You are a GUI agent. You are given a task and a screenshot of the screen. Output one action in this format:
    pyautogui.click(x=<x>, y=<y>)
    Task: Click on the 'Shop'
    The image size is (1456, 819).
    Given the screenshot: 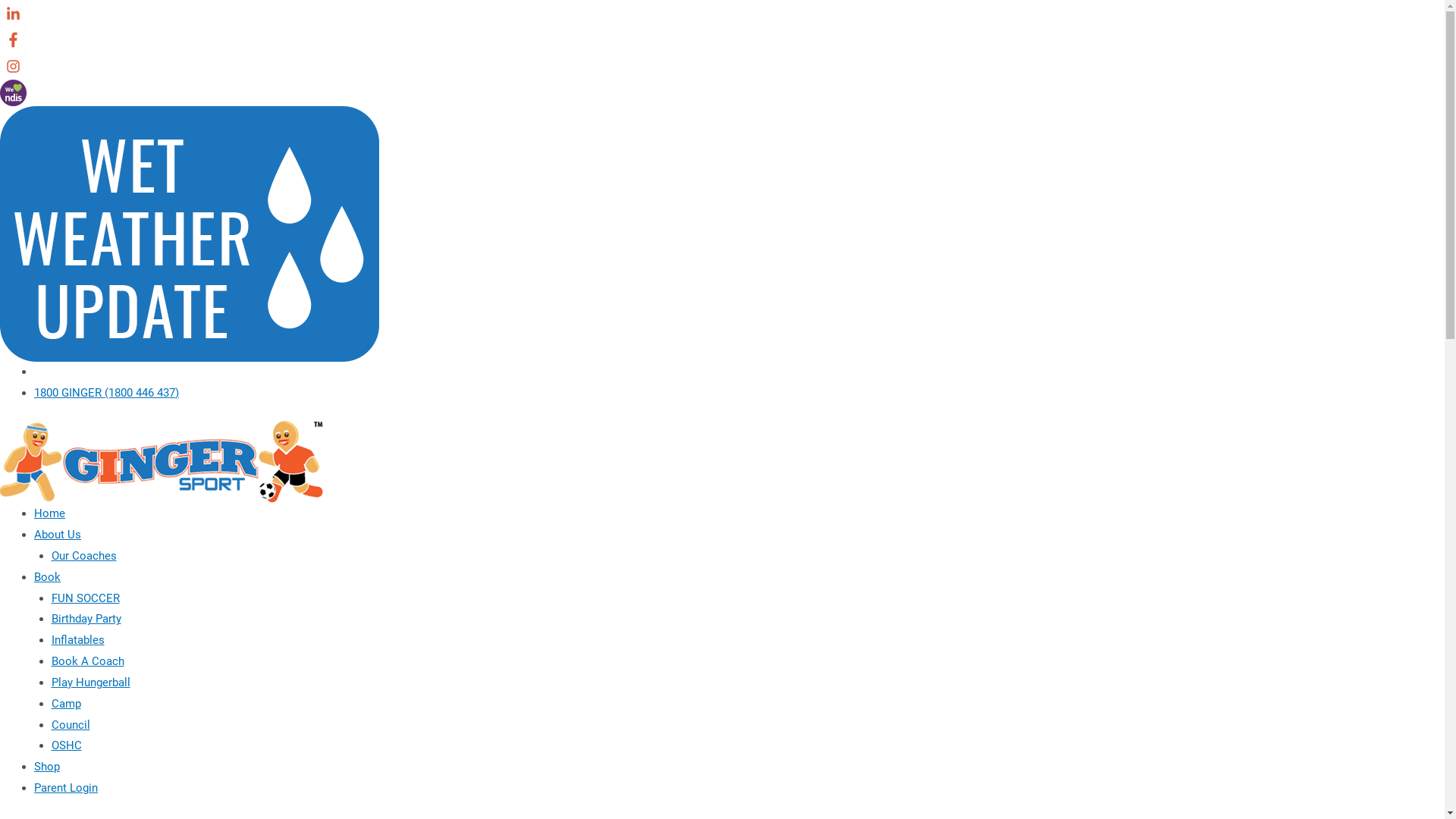 What is the action you would take?
    pyautogui.click(x=47, y=766)
    